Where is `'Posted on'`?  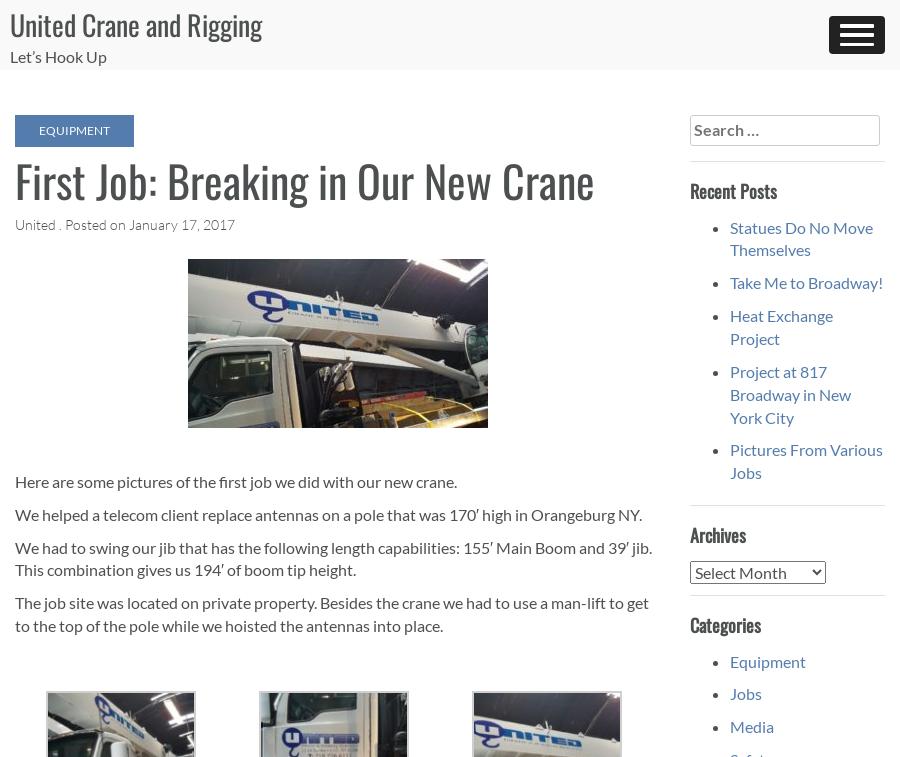
'Posted on' is located at coordinates (96, 223).